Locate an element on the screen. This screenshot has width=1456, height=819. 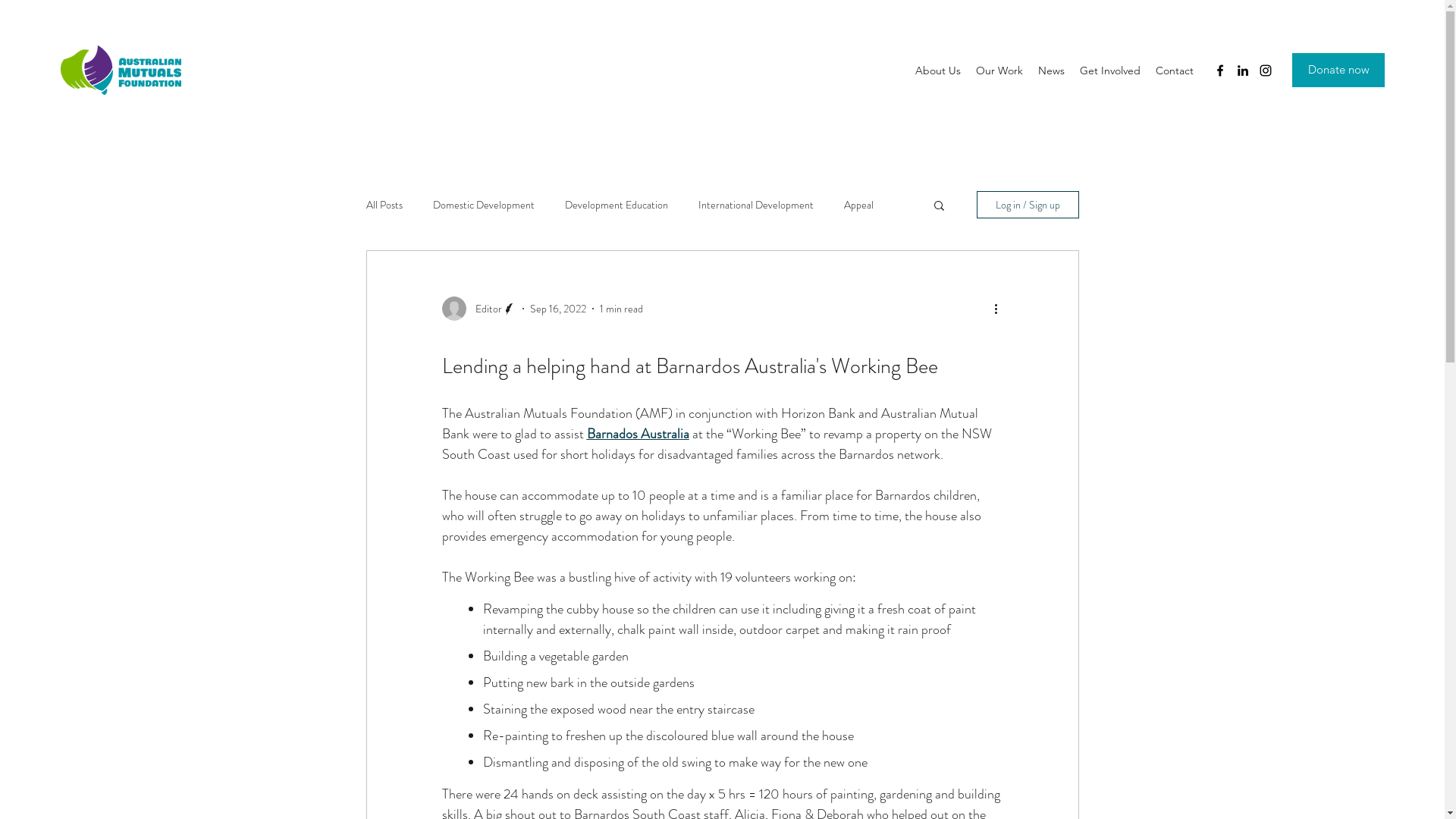
'Barnados Australia' is located at coordinates (638, 433).